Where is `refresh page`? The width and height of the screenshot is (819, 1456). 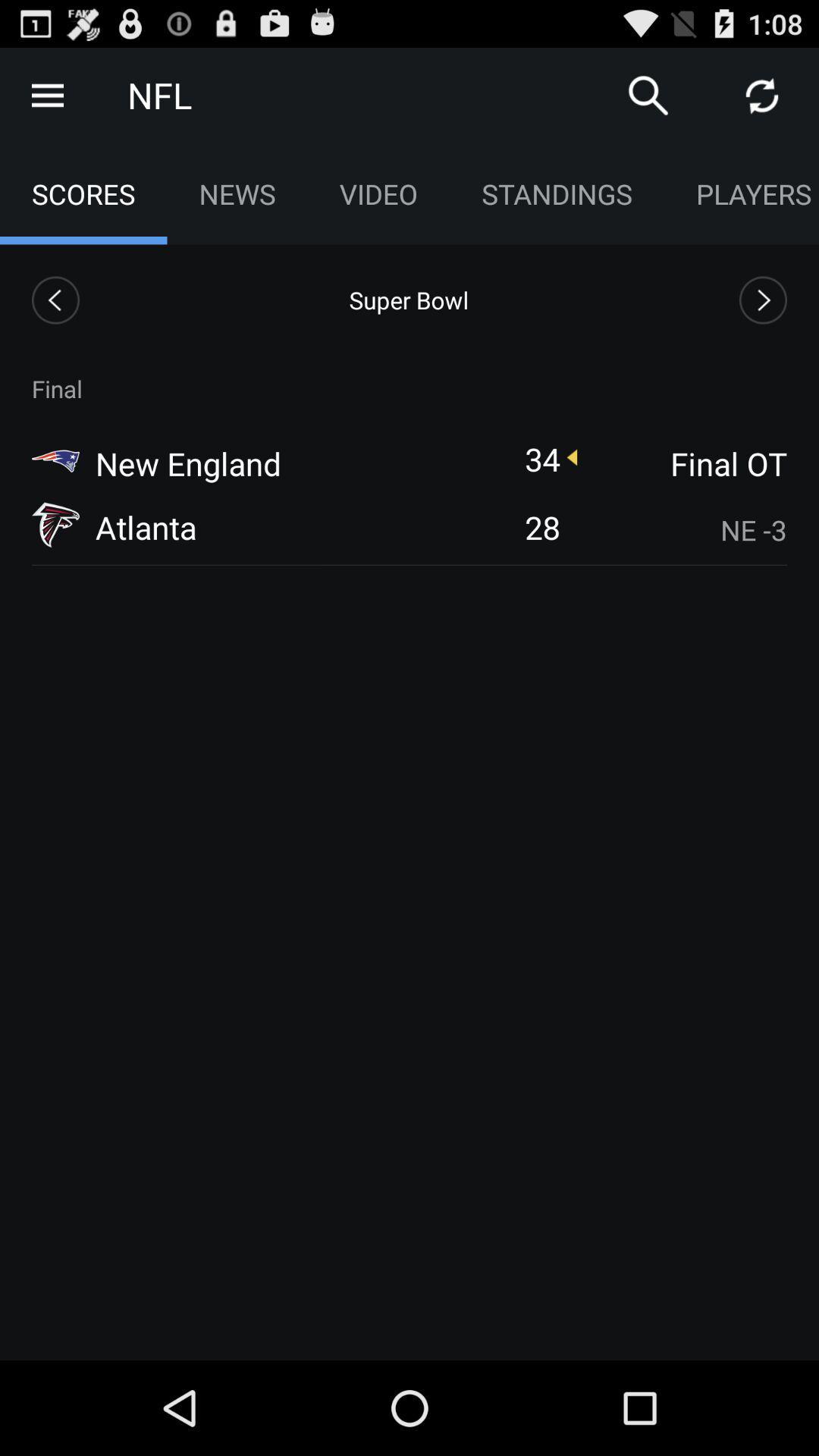 refresh page is located at coordinates (762, 94).